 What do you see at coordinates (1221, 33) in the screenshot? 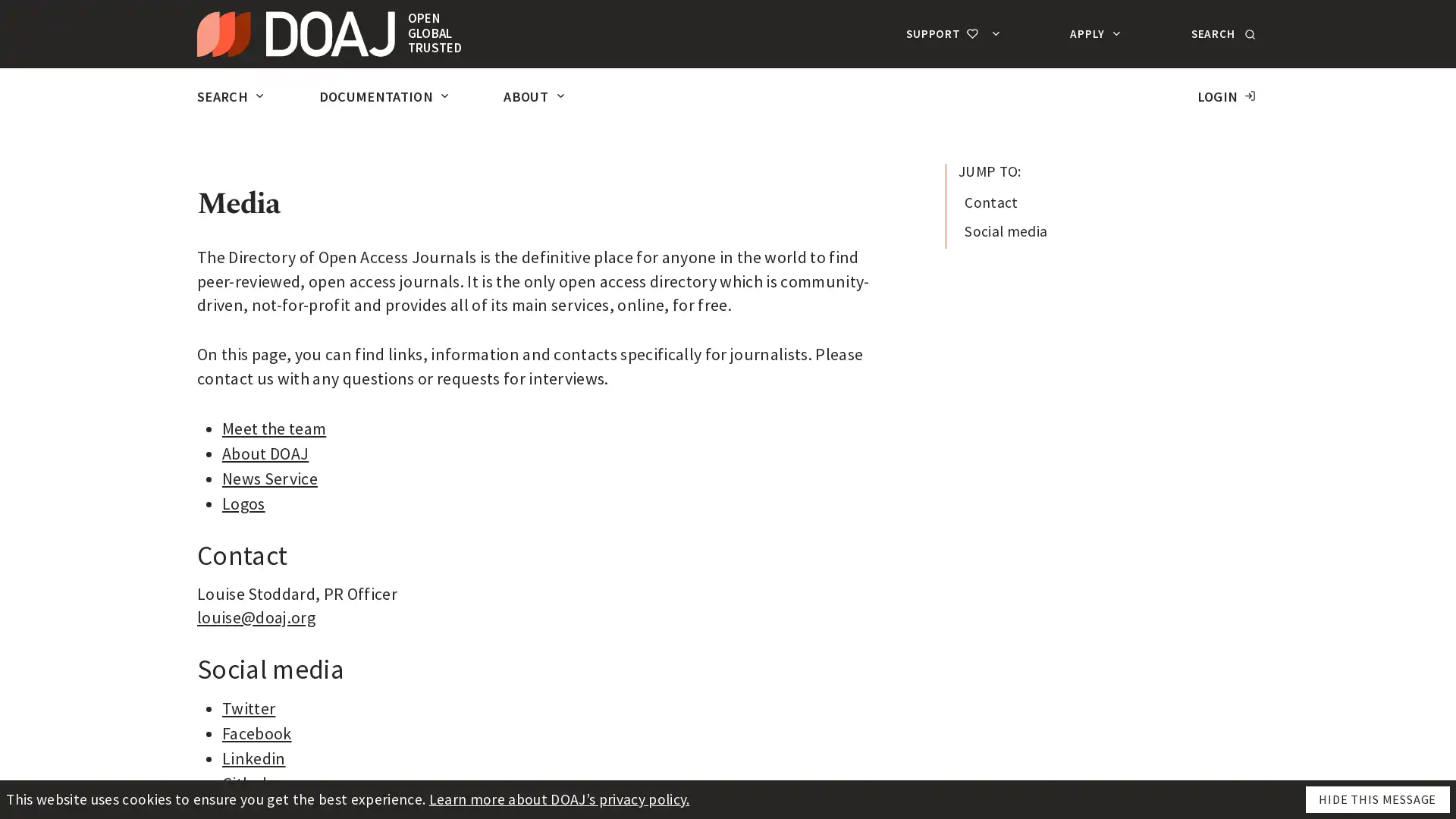
I see `SEARCH` at bounding box center [1221, 33].